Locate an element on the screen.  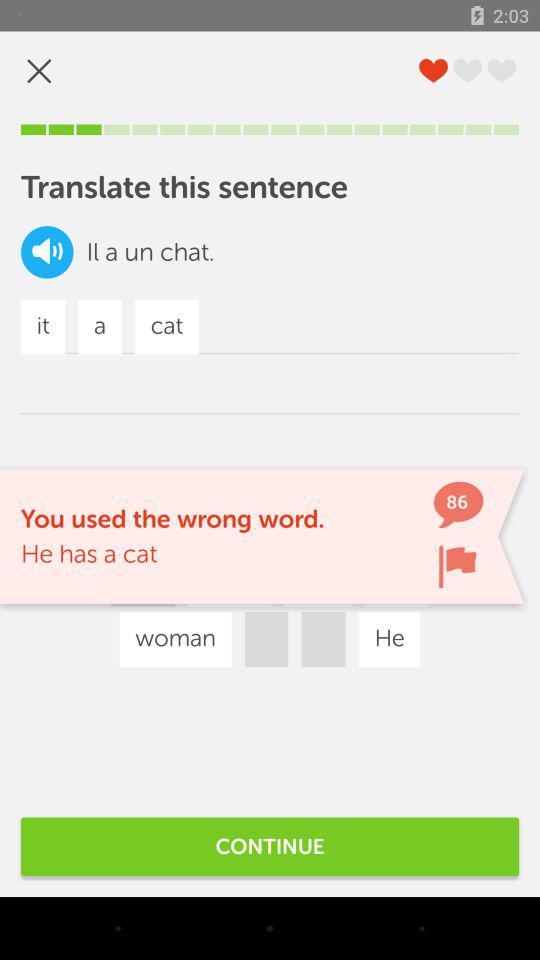
the close icon is located at coordinates (39, 71).